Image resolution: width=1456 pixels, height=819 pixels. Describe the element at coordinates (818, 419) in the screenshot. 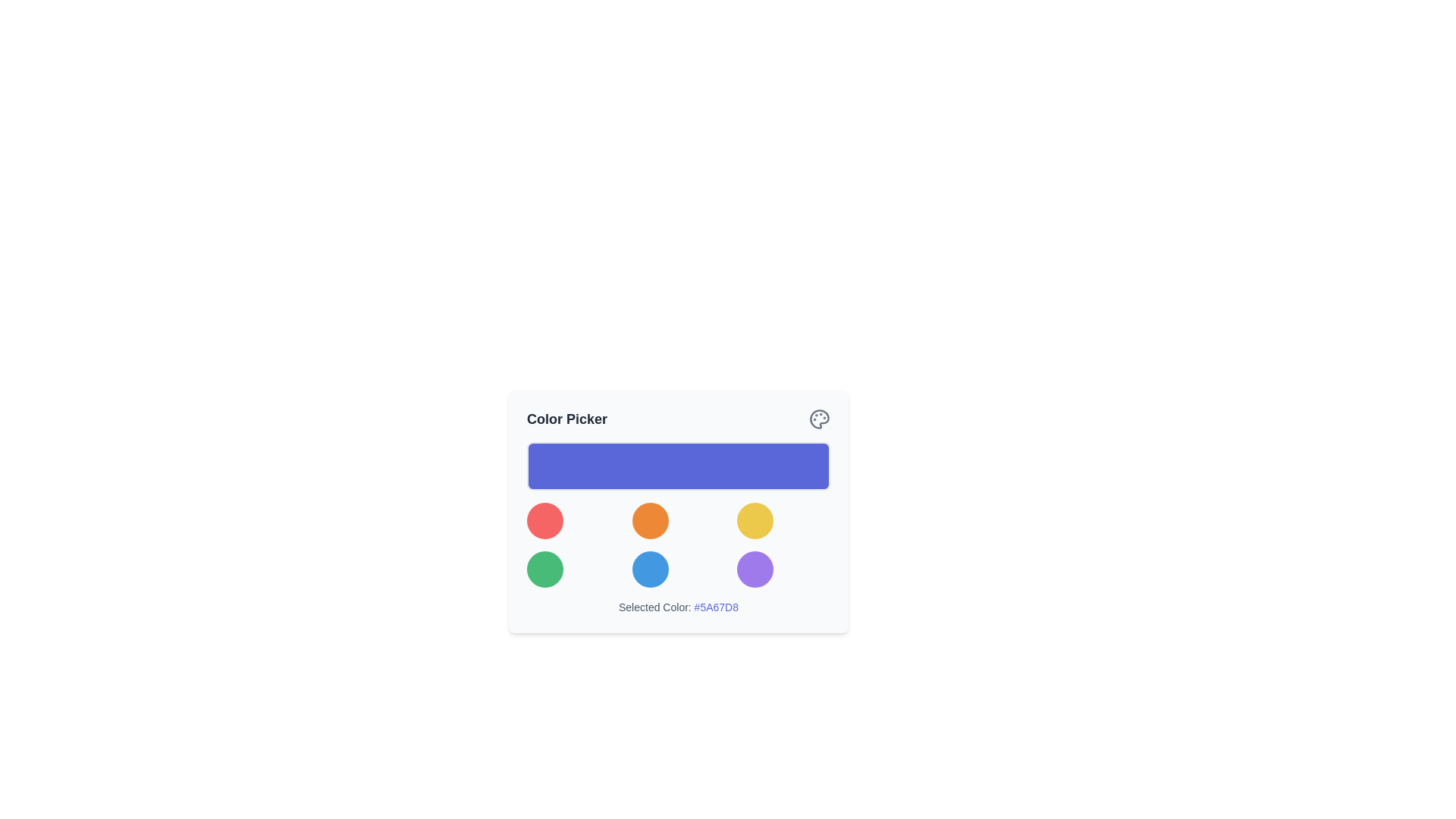

I see `the circular icon resembling a painter's palette` at that location.